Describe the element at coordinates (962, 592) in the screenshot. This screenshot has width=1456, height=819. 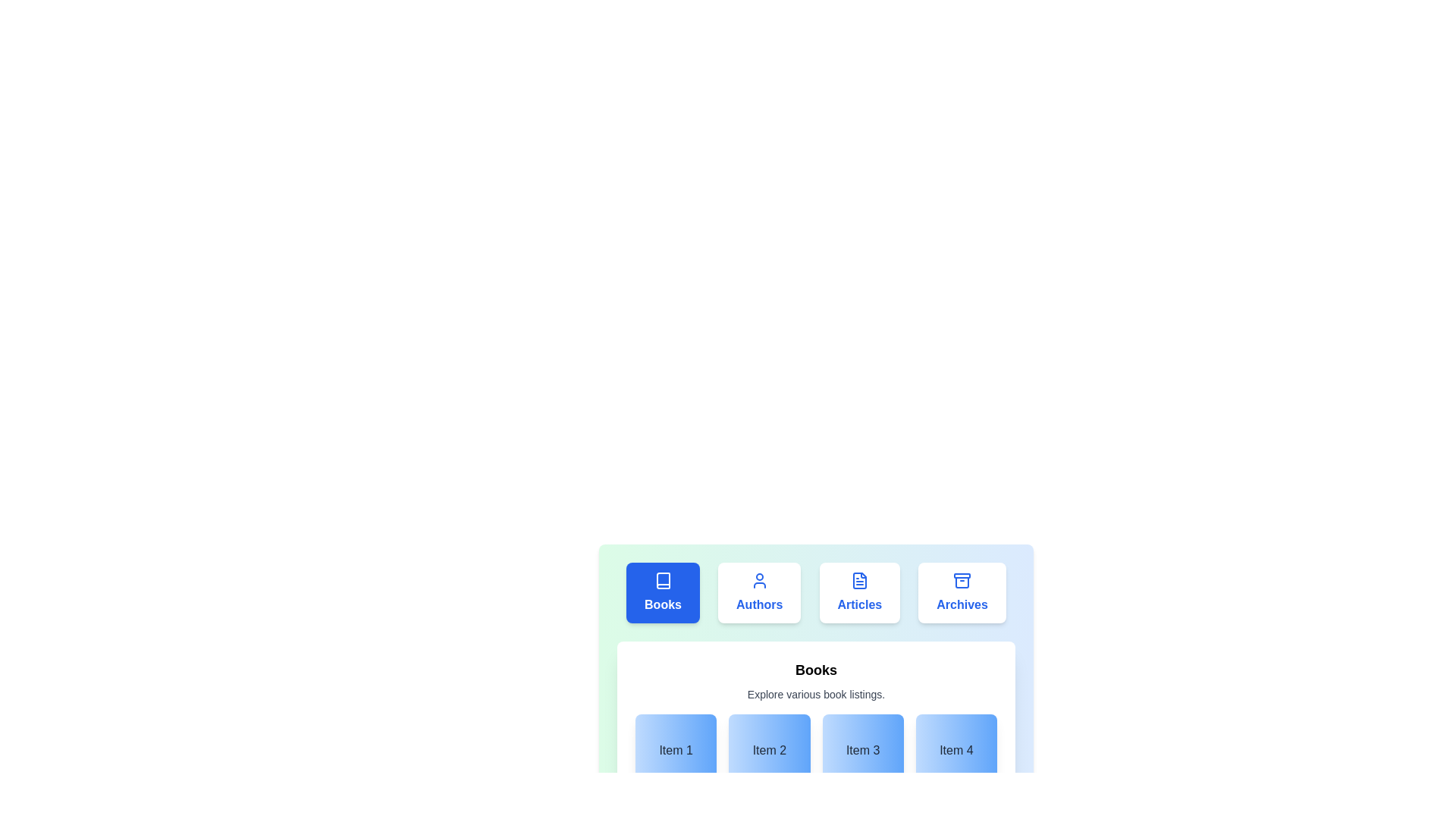
I see `the tab labeled Archives to activate it` at that location.